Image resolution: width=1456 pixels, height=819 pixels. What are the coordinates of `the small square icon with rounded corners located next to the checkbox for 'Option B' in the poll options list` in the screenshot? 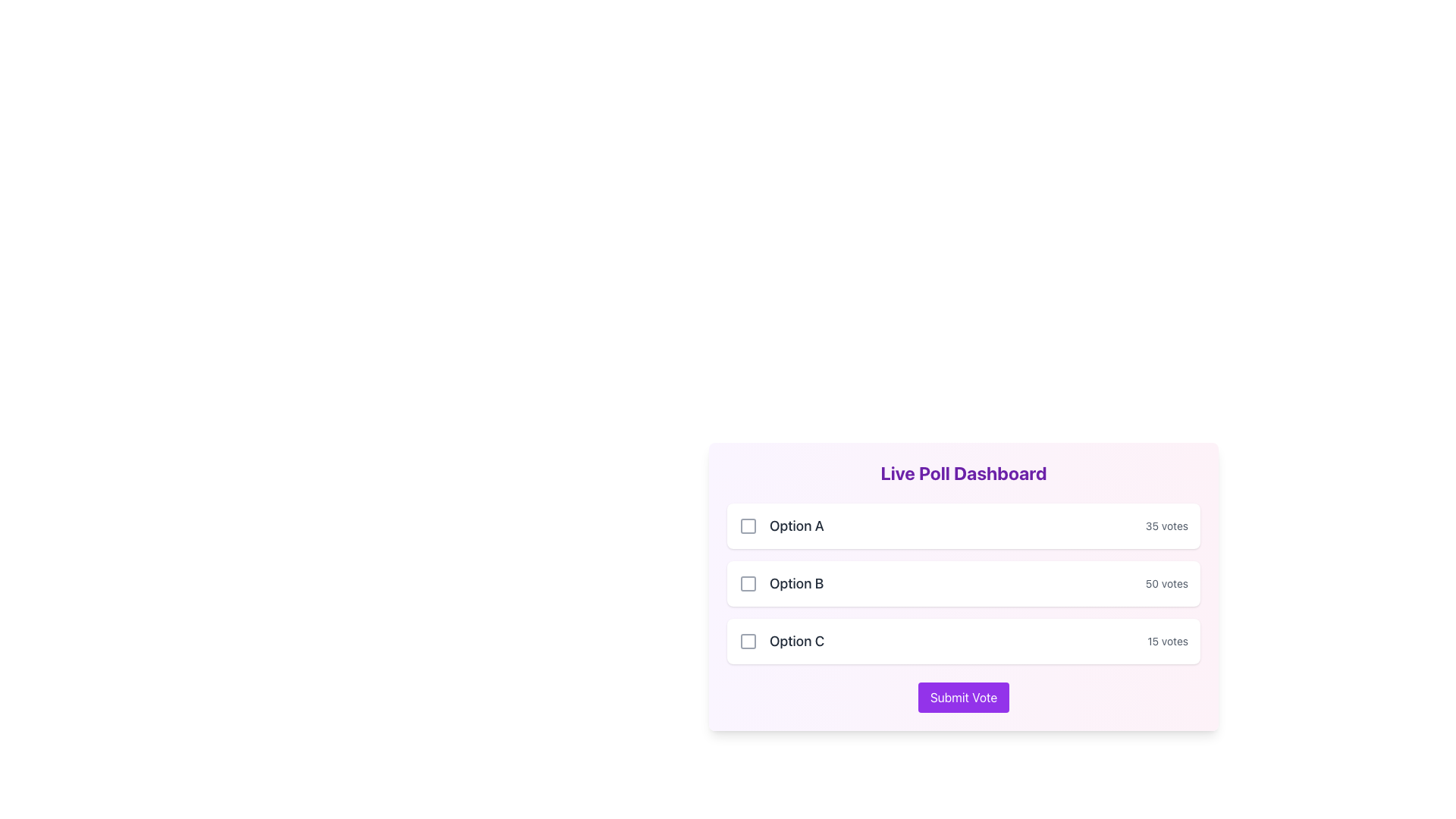 It's located at (748, 583).